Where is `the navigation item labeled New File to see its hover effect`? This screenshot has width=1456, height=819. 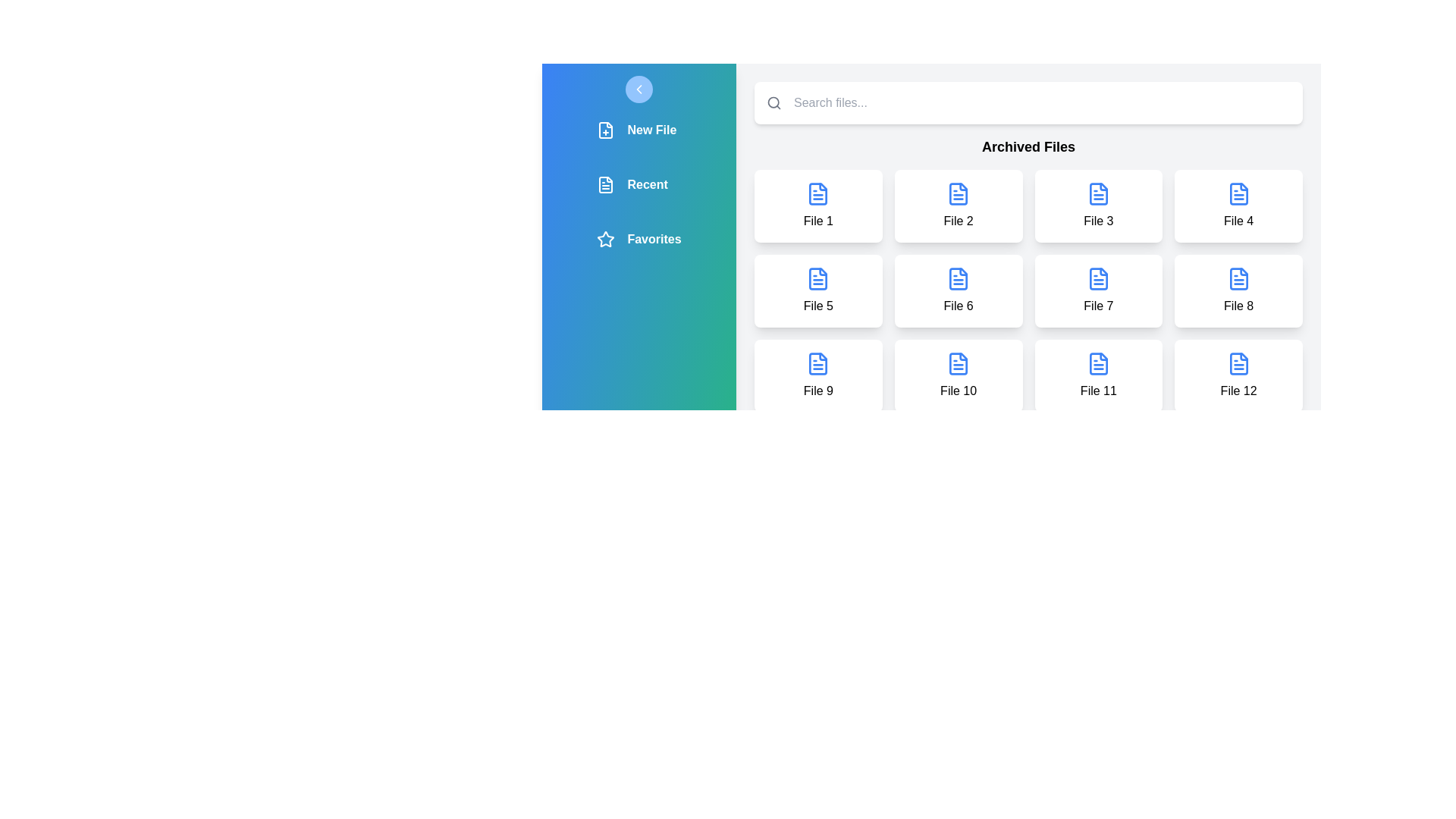
the navigation item labeled New File to see its hover effect is located at coordinates (639, 130).